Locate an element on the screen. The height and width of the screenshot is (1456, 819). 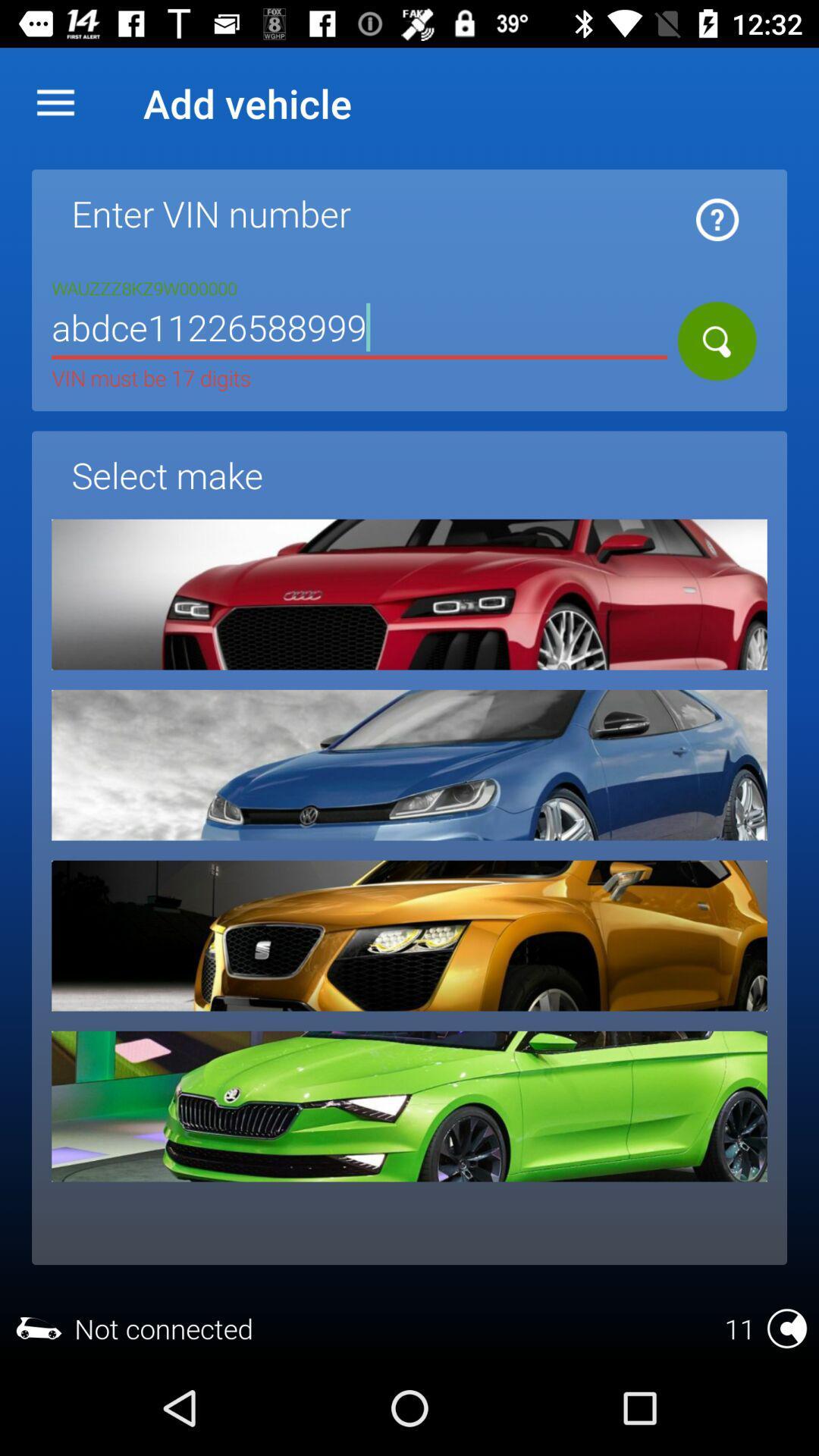
help option is located at coordinates (717, 218).